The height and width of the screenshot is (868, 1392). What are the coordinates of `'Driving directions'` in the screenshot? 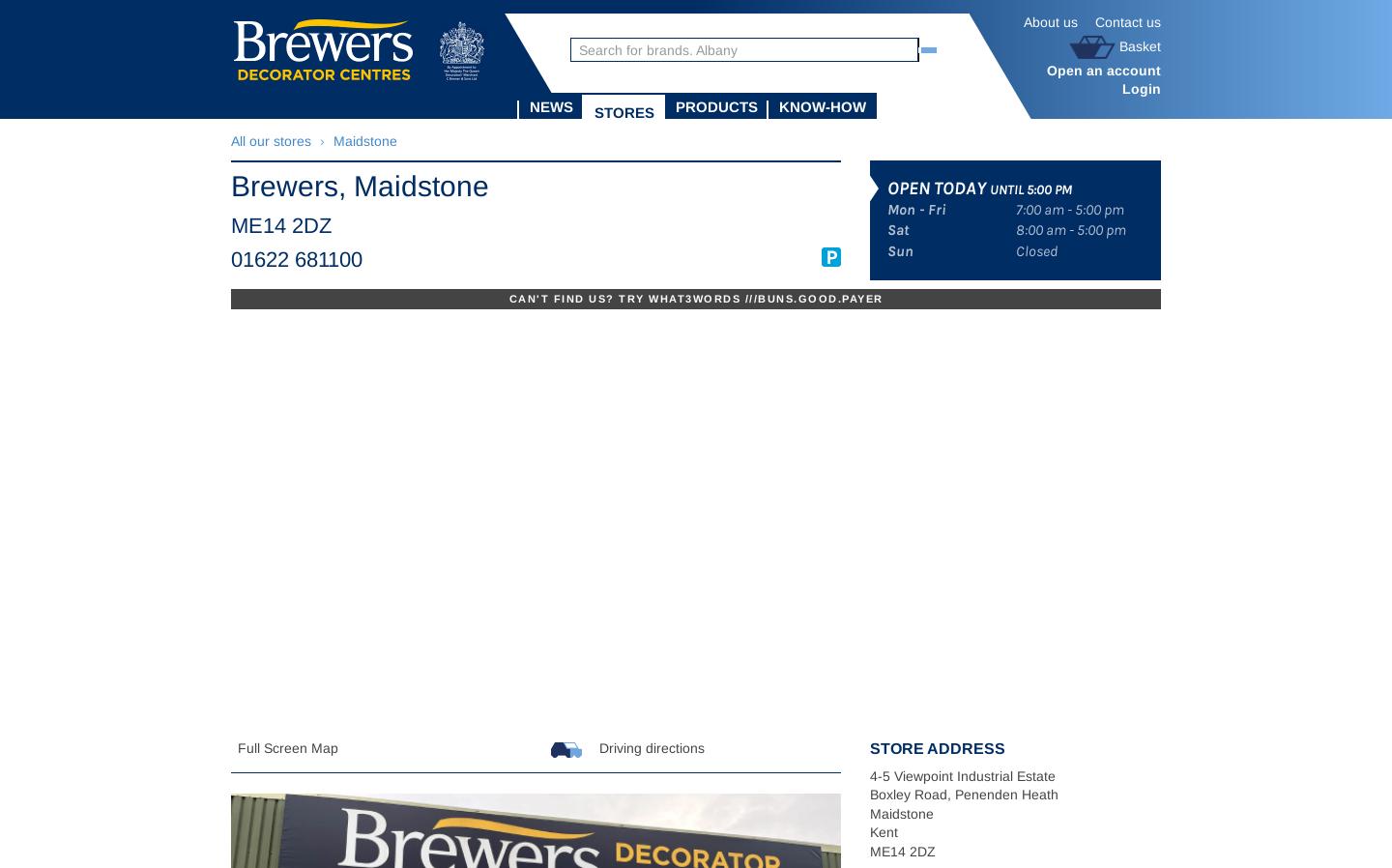 It's located at (594, 747).